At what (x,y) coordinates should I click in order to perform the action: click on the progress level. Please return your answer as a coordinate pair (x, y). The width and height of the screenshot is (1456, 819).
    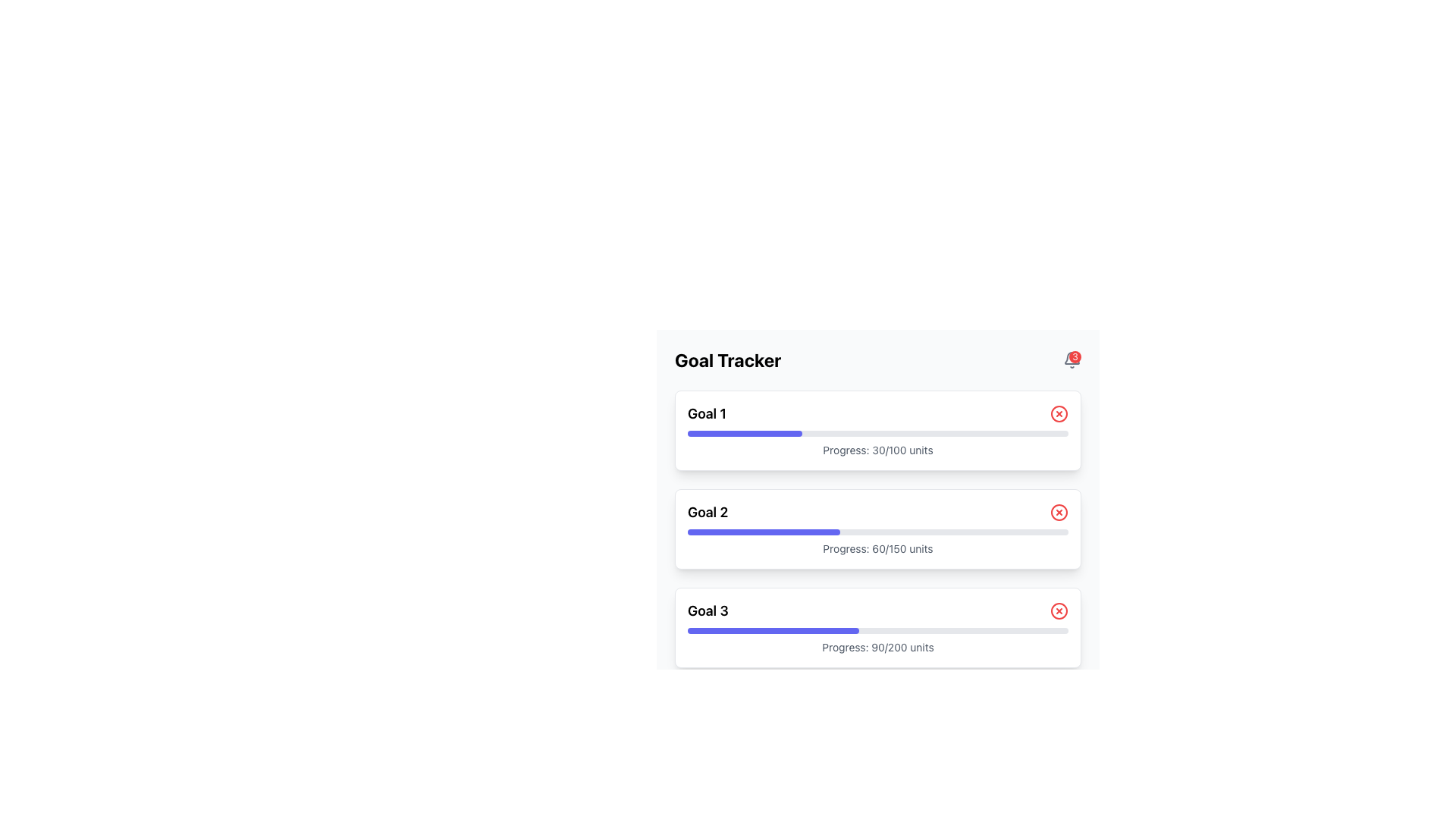
    Looking at the image, I should click on (783, 532).